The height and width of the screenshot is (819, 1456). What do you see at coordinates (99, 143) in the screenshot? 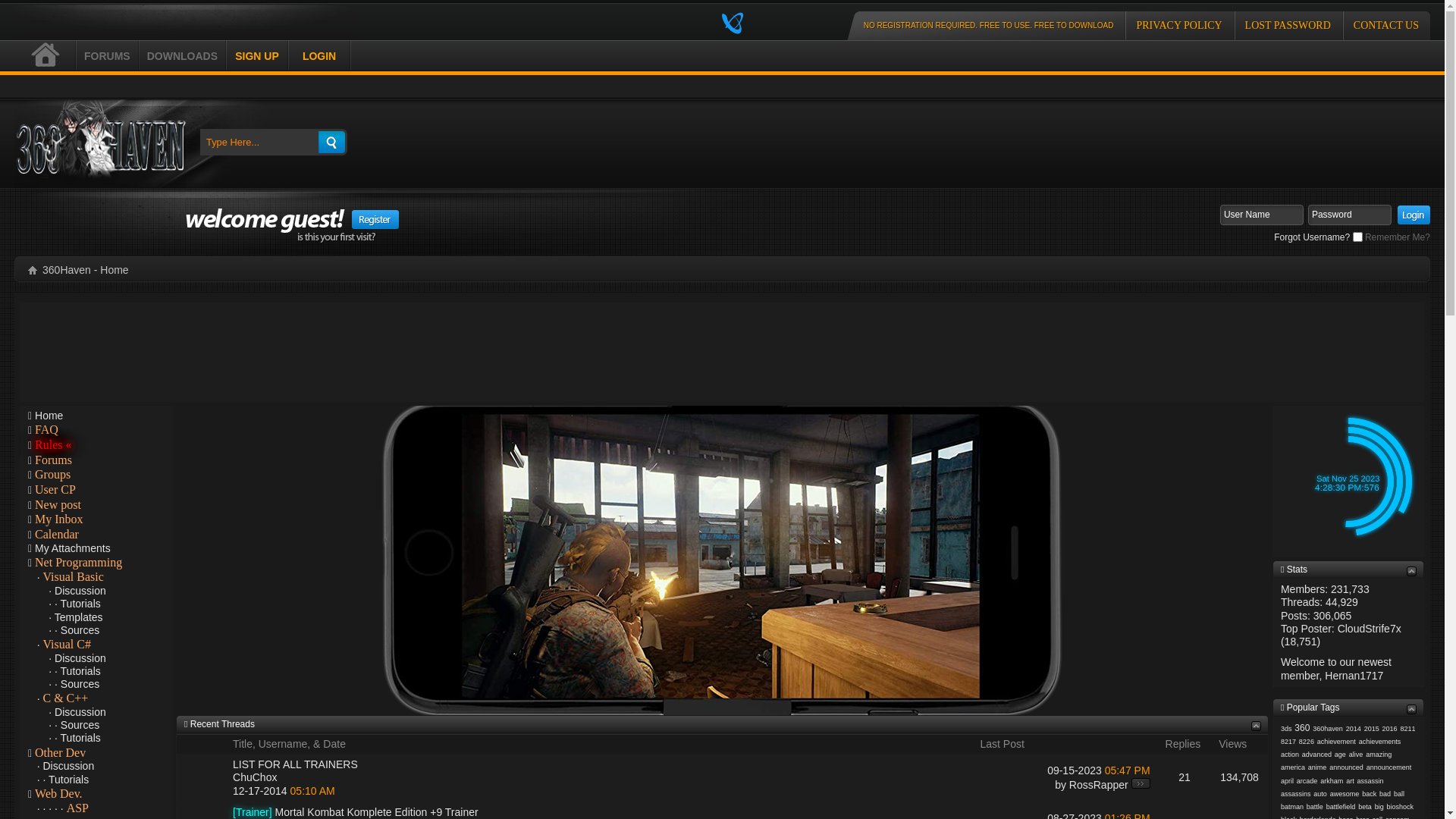
I see `'360Haven'` at bounding box center [99, 143].